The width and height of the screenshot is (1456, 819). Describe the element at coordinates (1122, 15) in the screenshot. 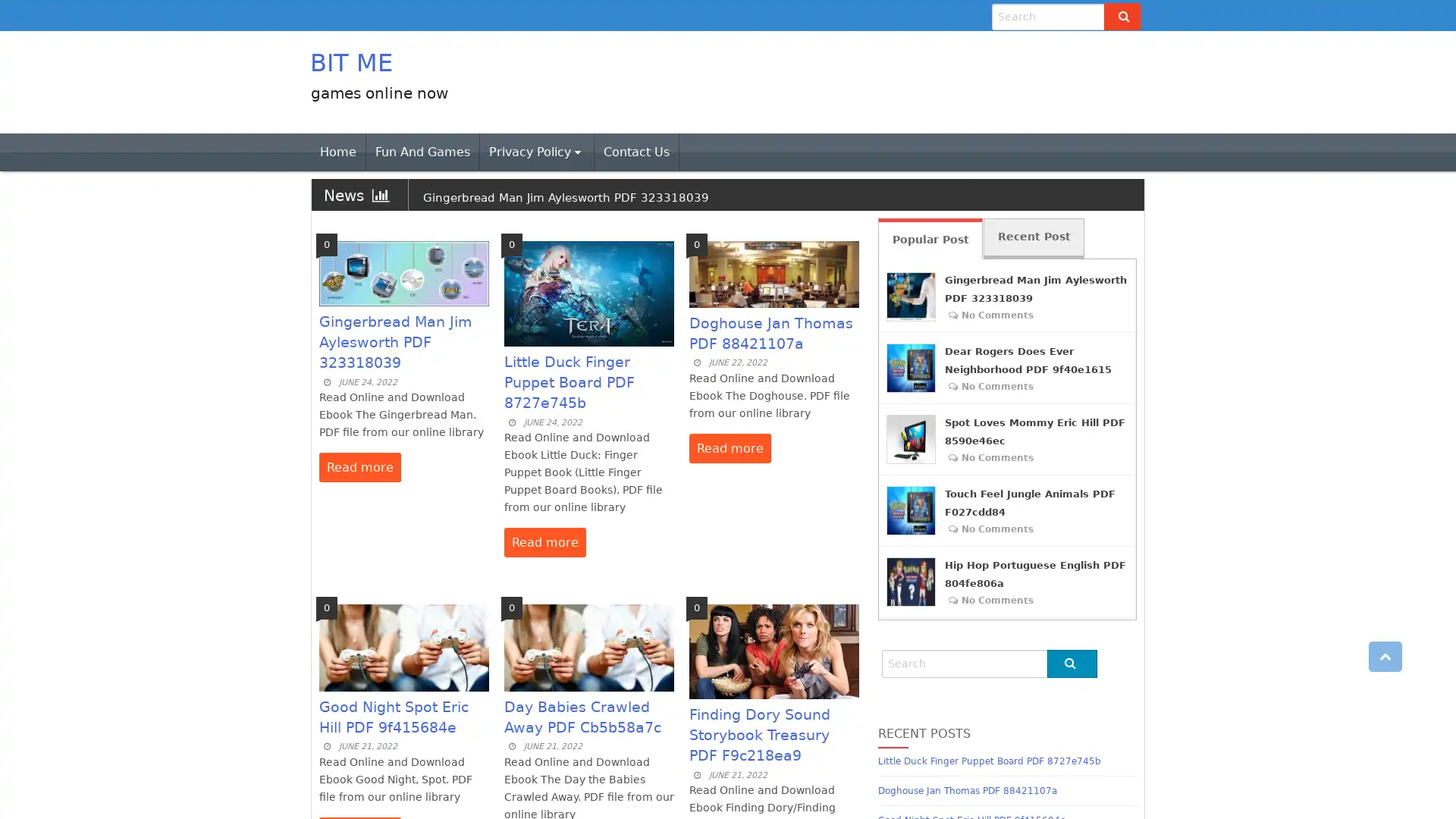

I see `Go` at that location.